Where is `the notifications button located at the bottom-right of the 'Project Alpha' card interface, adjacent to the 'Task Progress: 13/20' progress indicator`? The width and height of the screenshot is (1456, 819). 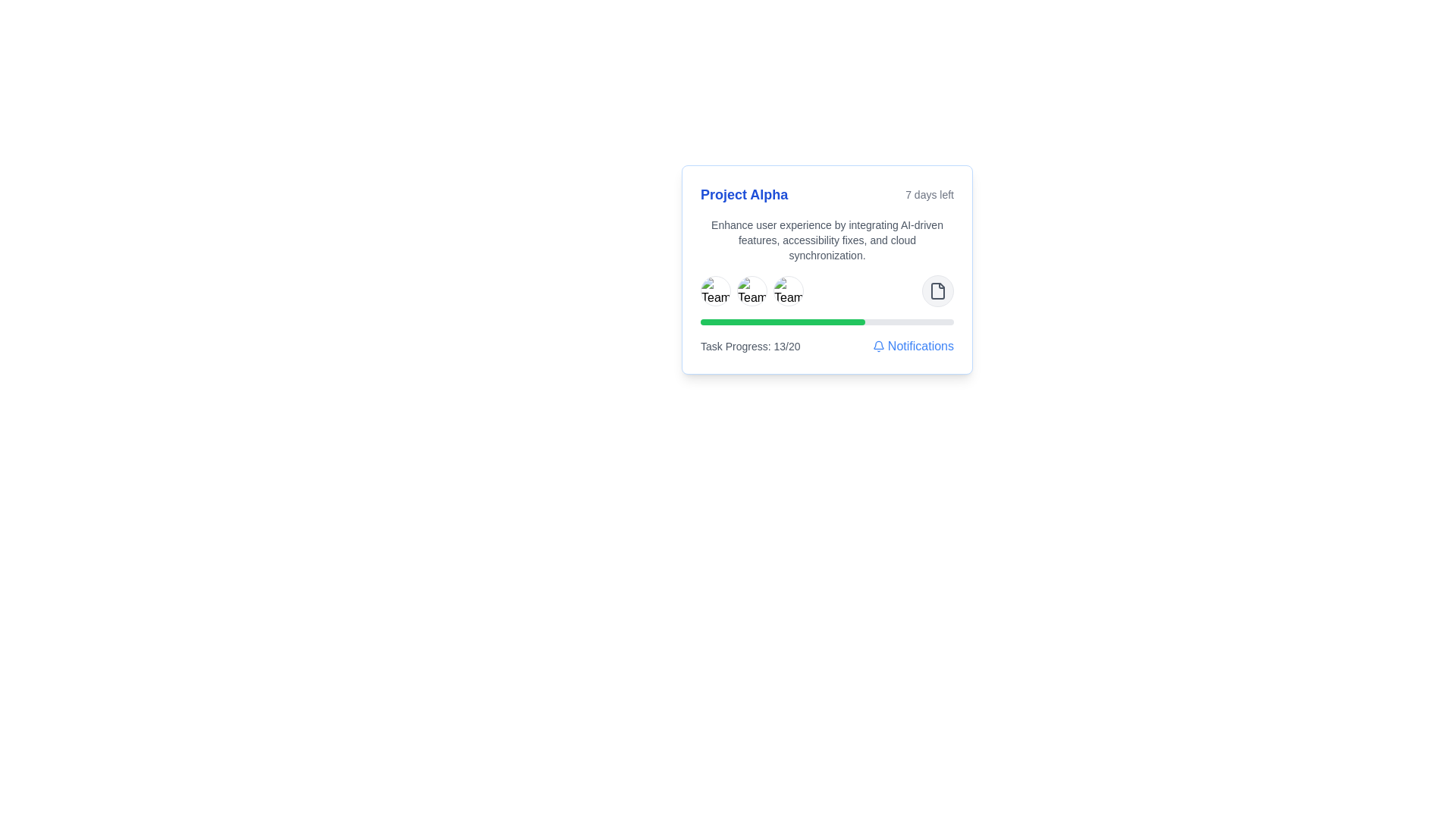
the notifications button located at the bottom-right of the 'Project Alpha' card interface, adjacent to the 'Task Progress: 13/20' progress indicator is located at coordinates (912, 346).